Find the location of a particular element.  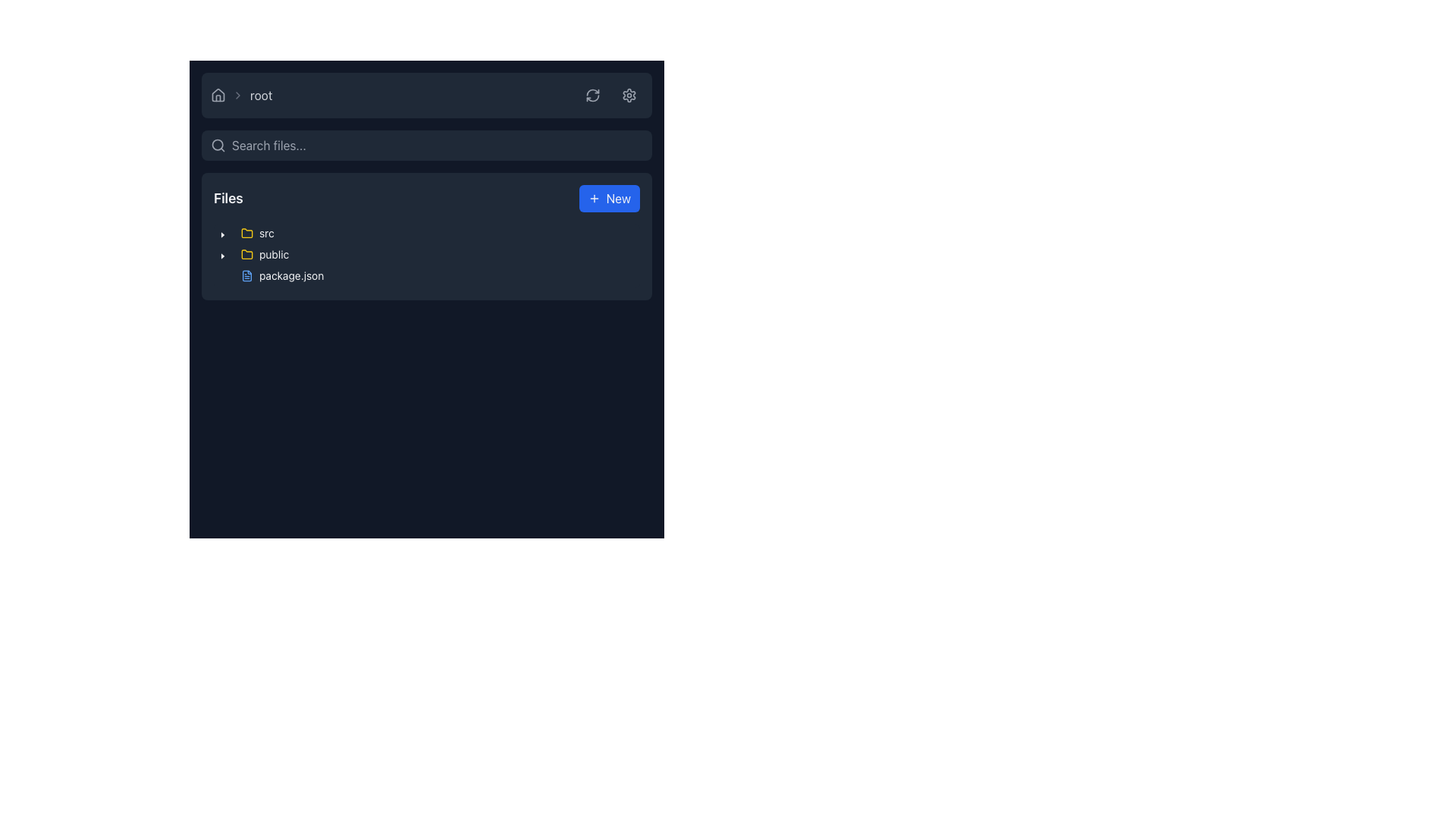

the text label displaying 'package.json' is located at coordinates (291, 275).